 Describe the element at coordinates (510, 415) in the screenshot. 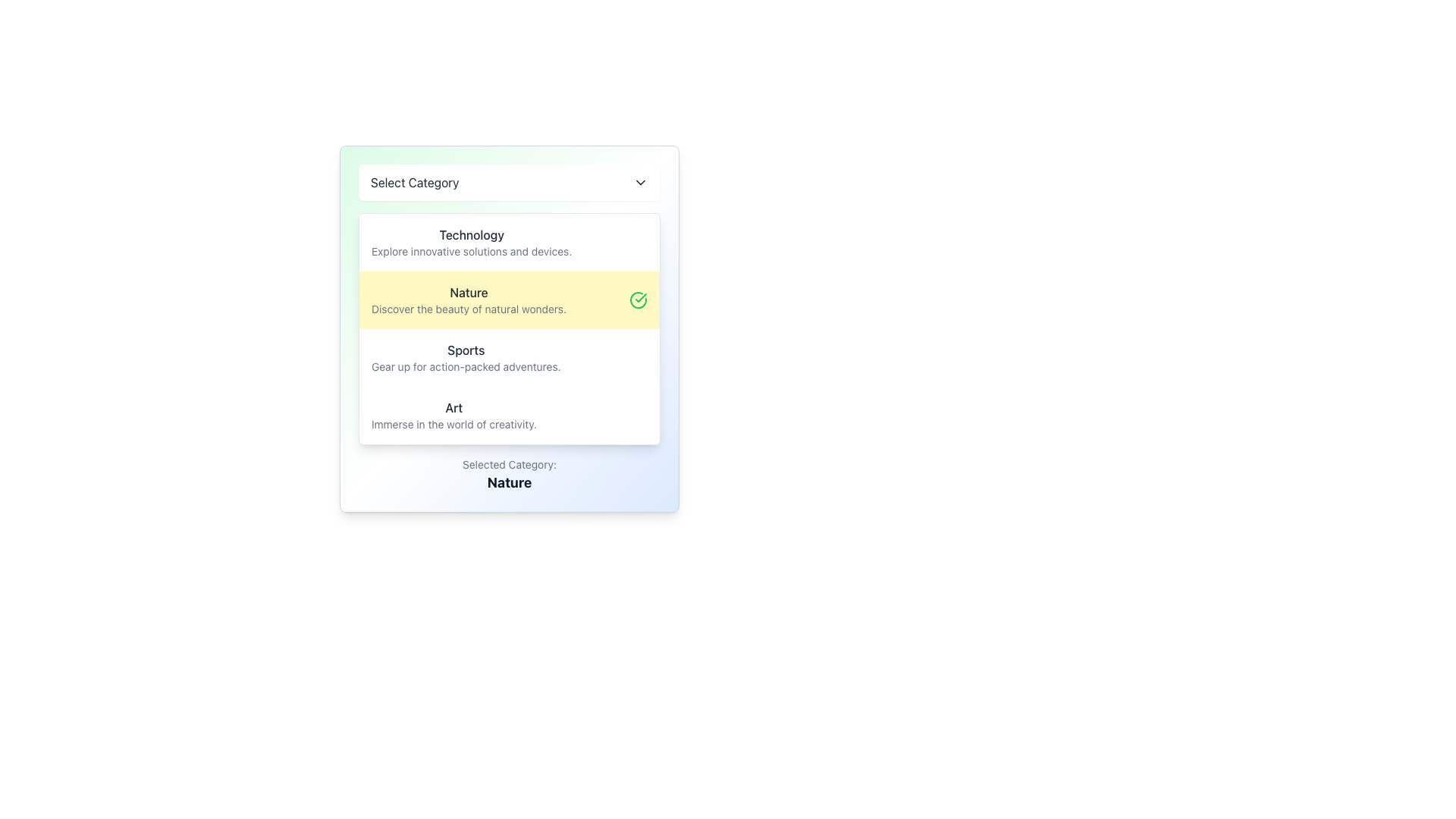

I see `the fourth item in the vertically arranged list of sections related to 'Art'` at that location.